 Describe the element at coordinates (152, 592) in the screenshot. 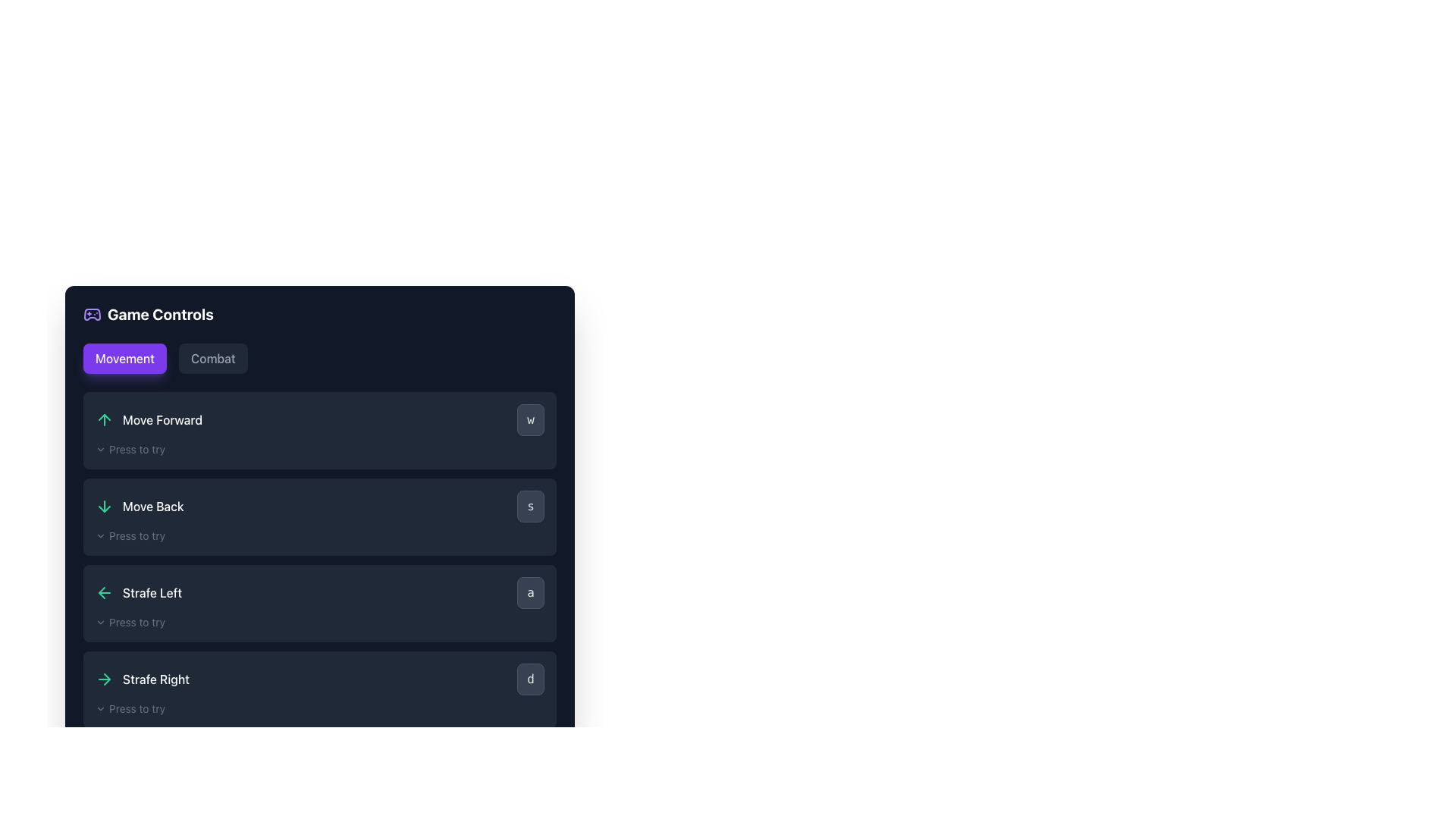

I see `the text label 'Strafe Left' which signifies the command for strafing left in the game, located in the 'Game Controls' panel` at that location.